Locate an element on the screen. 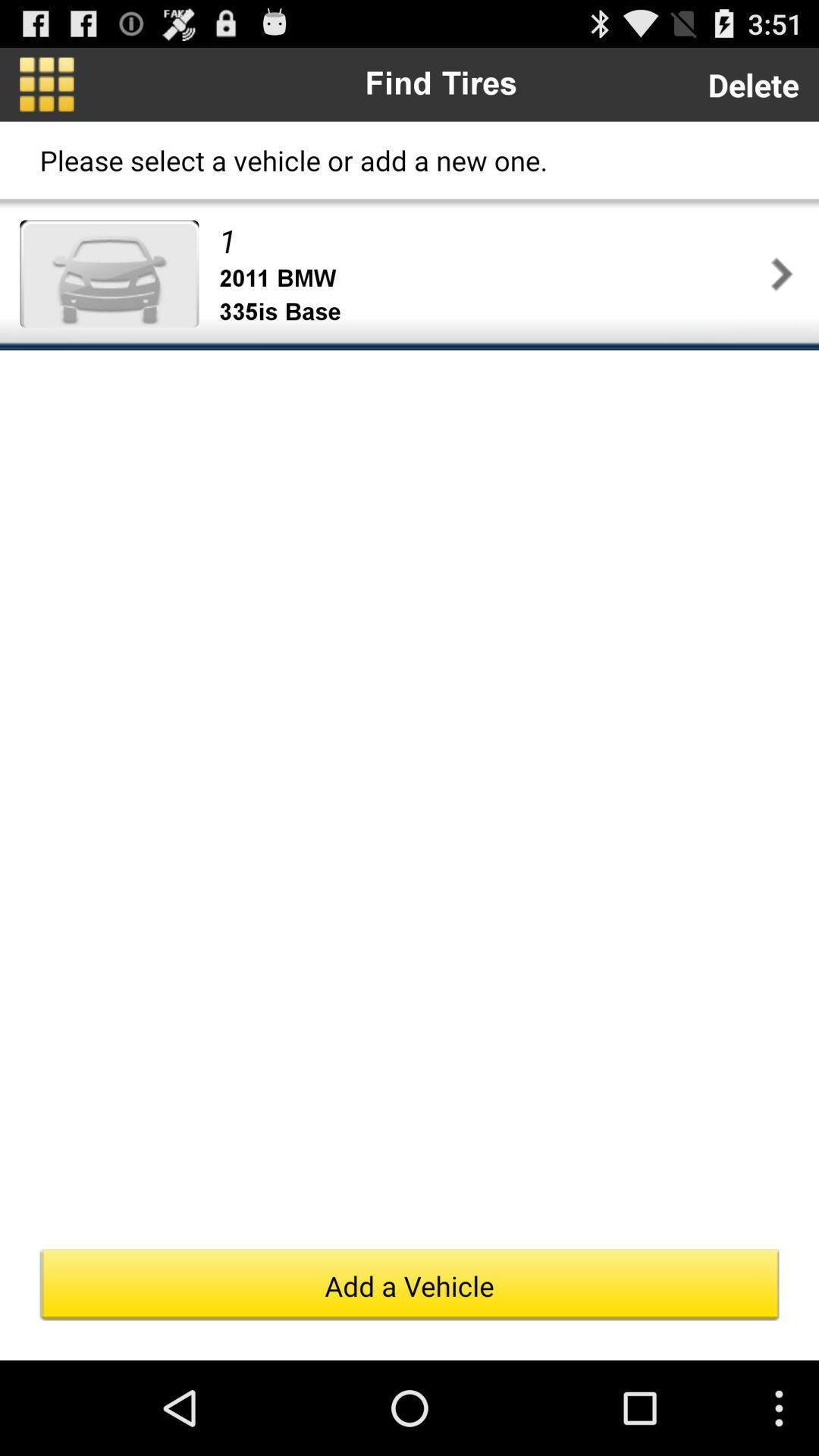 This screenshot has height=1456, width=819. item below the please select a is located at coordinates (491, 240).